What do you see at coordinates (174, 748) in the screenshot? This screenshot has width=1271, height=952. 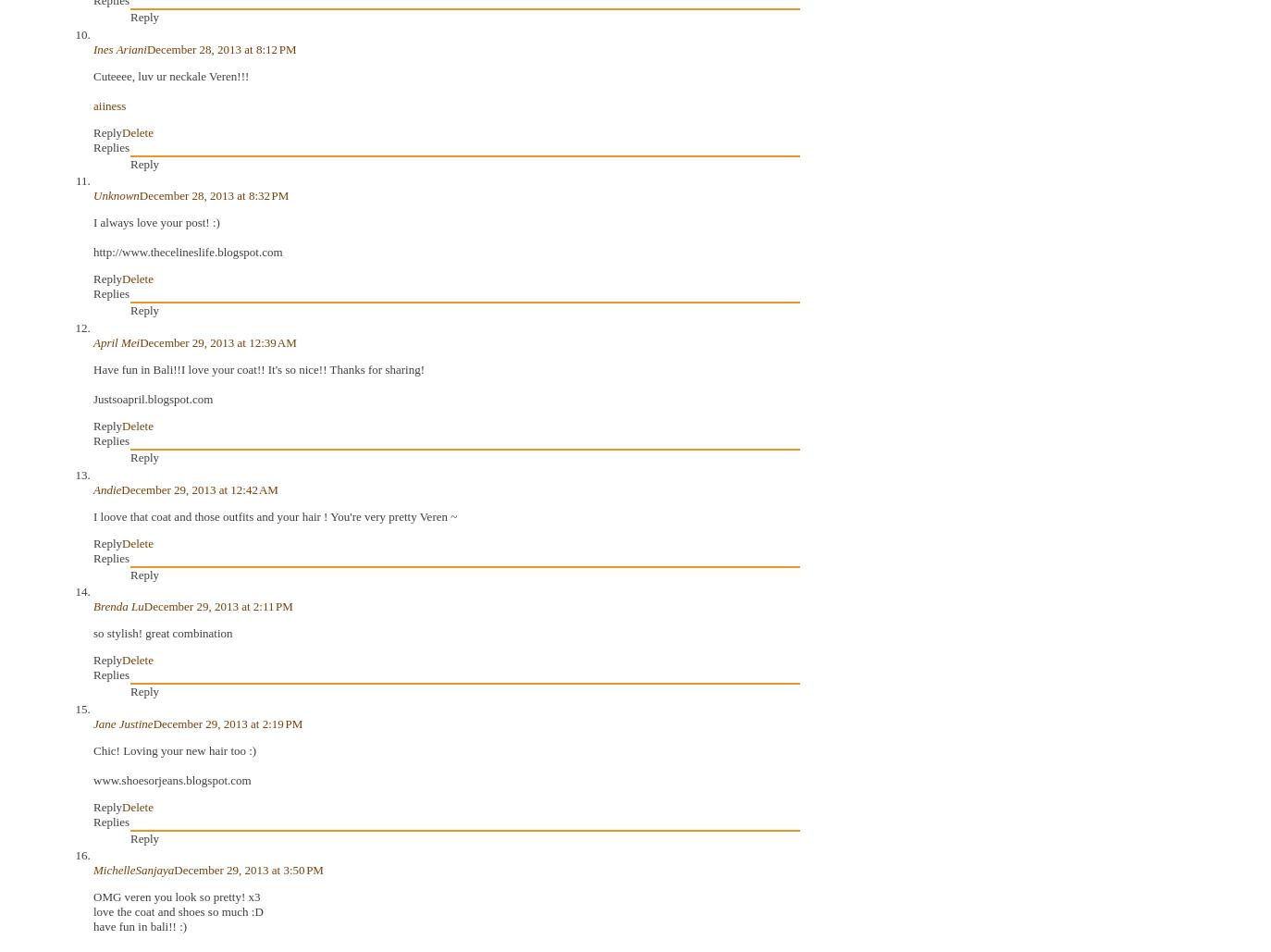 I see `'Chic! Loving your new hair too :)'` at bounding box center [174, 748].